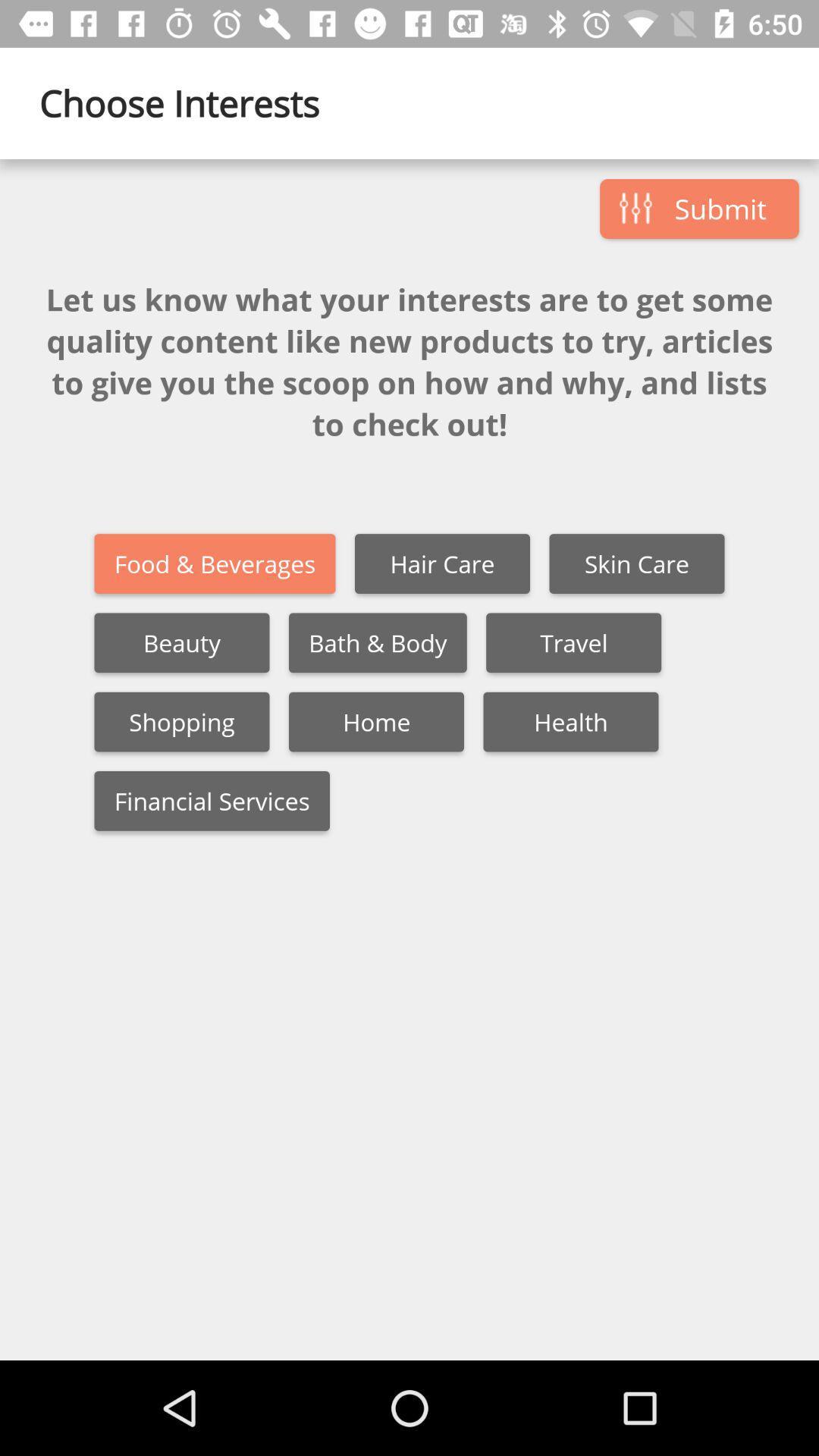 The height and width of the screenshot is (1456, 819). Describe the element at coordinates (180, 721) in the screenshot. I see `shopping item` at that location.